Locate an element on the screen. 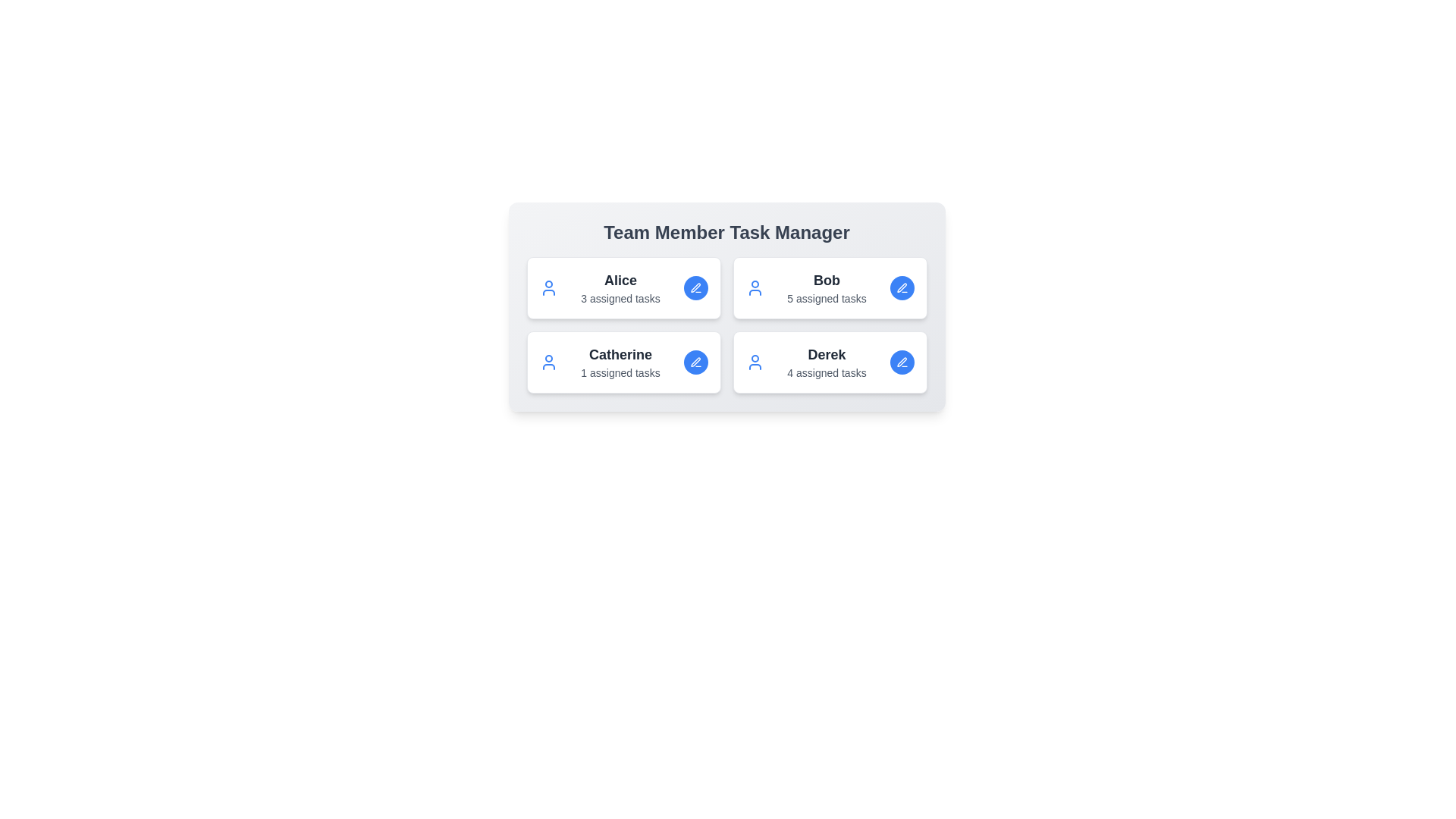 Image resolution: width=1456 pixels, height=819 pixels. the card of team member Catherine is located at coordinates (623, 362).